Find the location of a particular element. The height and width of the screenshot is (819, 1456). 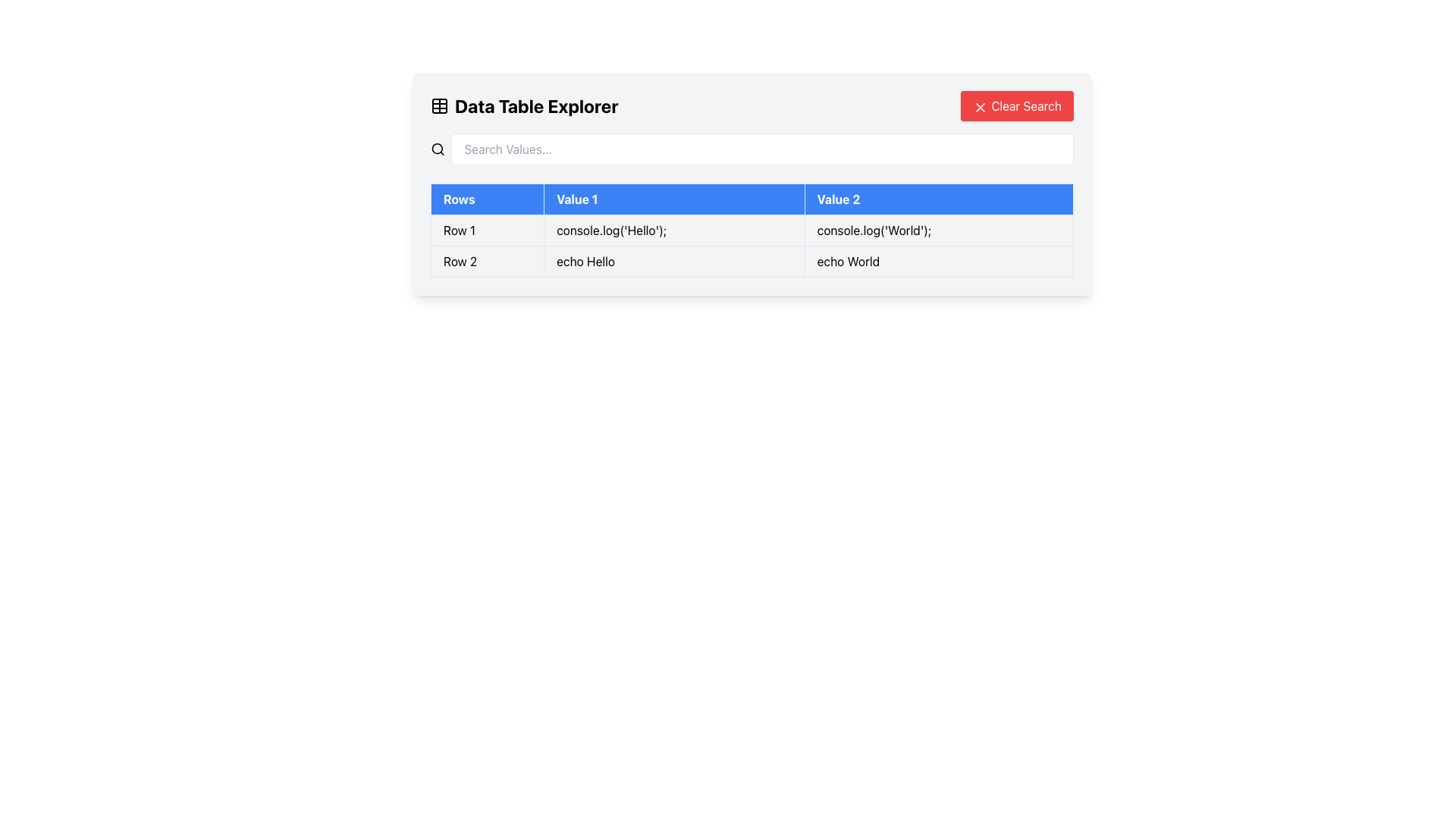

the graphical icon shaped like a table grid, located to the left of the 'Data Table Explorer' text in the top section of the interface is located at coordinates (439, 105).